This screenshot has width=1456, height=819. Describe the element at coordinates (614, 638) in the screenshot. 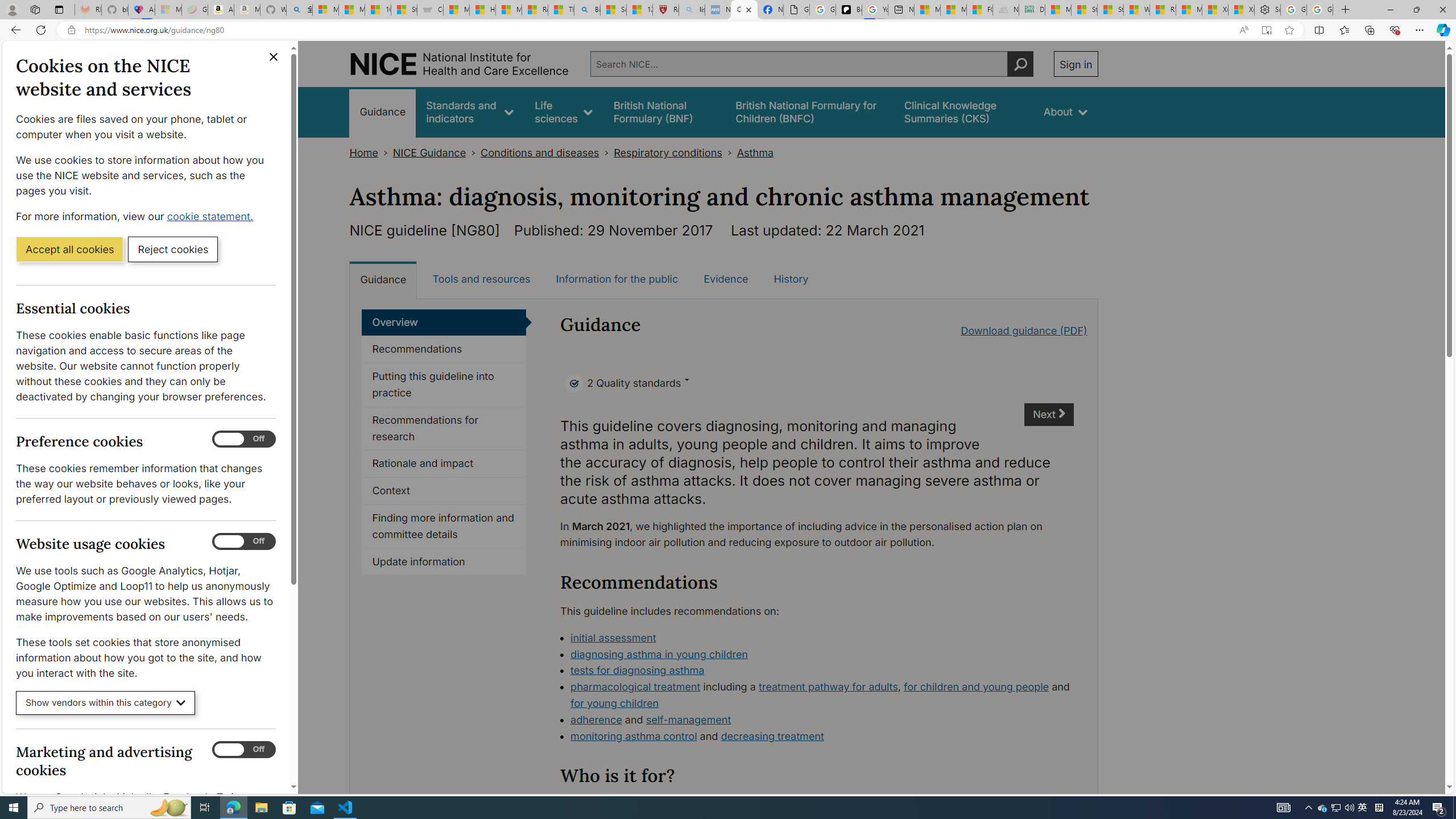

I see `'initial assessment'` at that location.